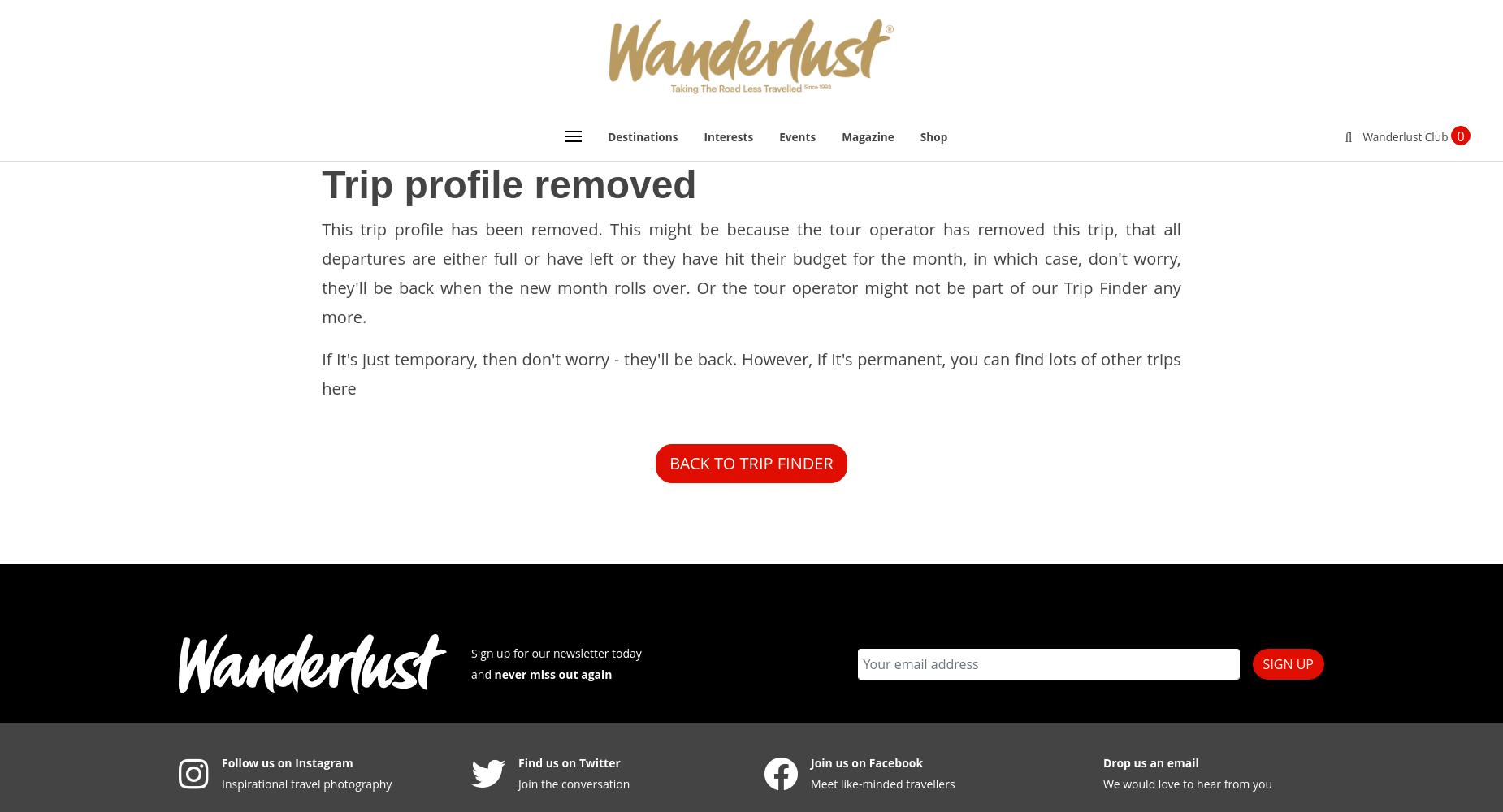  I want to click on 'Join us on Facebook', so click(866, 762).